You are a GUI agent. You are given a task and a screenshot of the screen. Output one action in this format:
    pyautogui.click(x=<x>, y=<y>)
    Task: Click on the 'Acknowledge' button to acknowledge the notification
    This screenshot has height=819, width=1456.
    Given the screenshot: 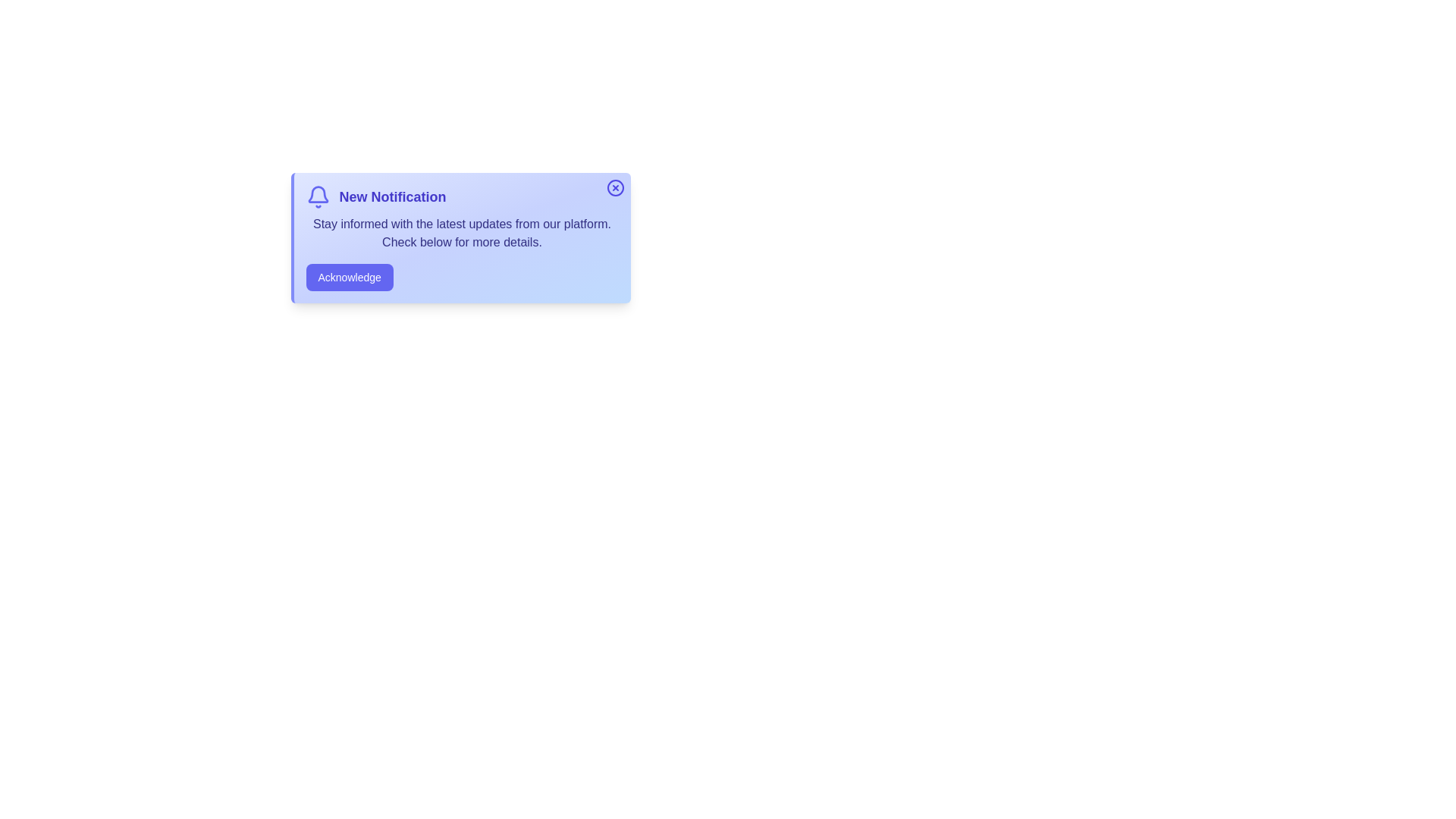 What is the action you would take?
    pyautogui.click(x=349, y=278)
    